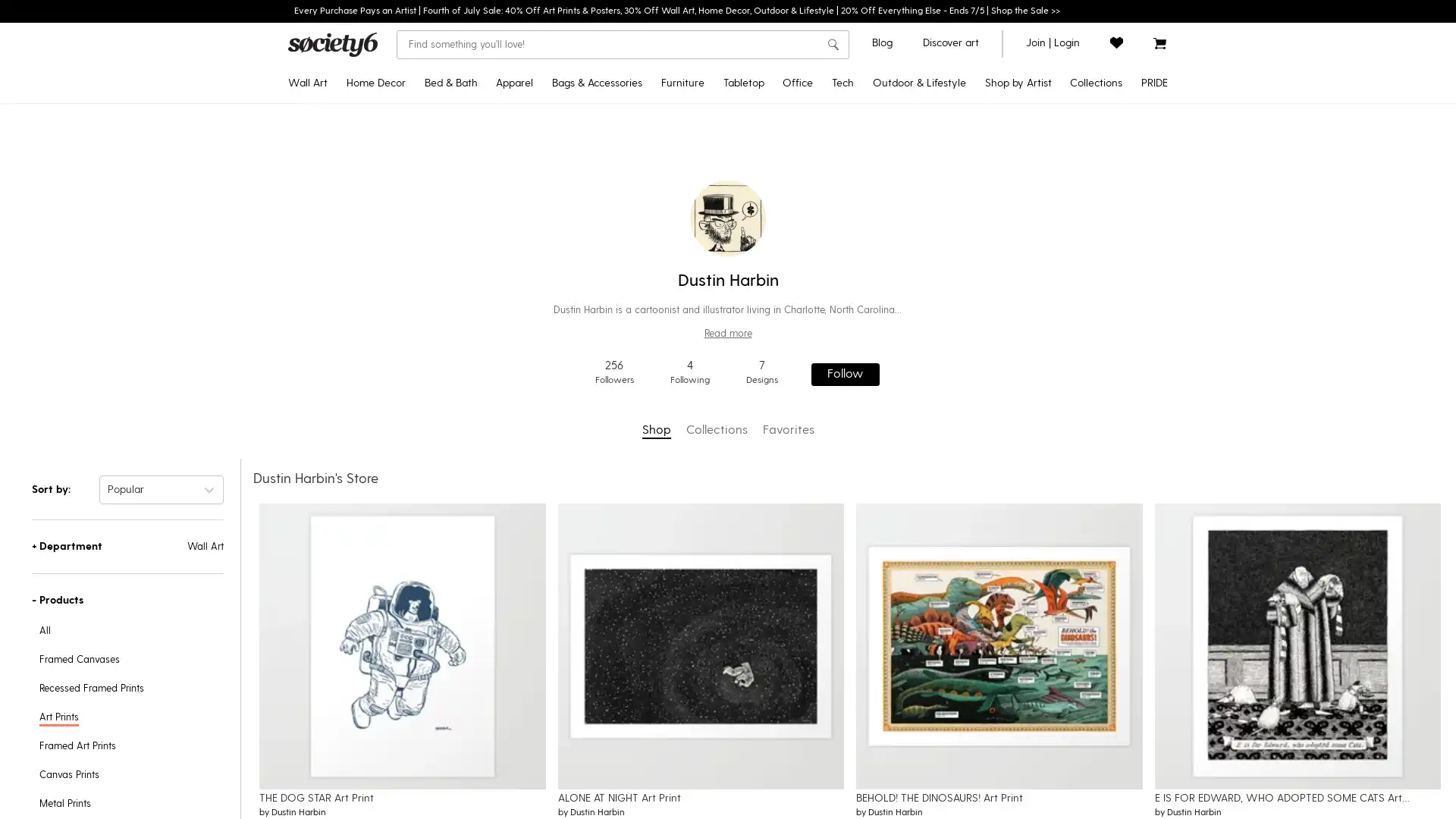 The width and height of the screenshot is (1456, 819). What do you see at coordinates (896, 121) in the screenshot?
I see `iPhone Cases` at bounding box center [896, 121].